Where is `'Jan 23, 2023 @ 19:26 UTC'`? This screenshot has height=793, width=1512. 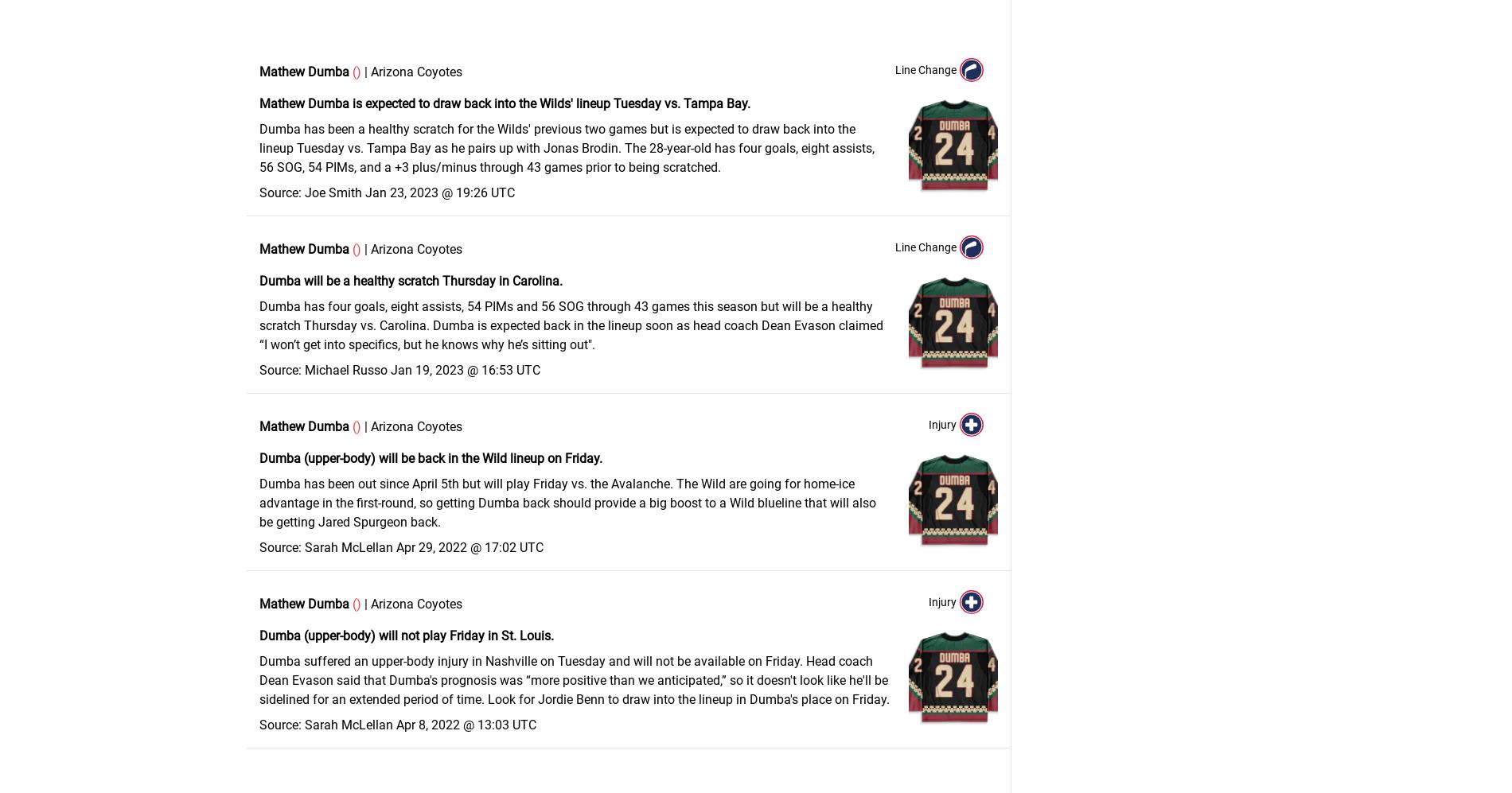
'Jan 23, 2023 @ 19:26 UTC' is located at coordinates (364, 192).